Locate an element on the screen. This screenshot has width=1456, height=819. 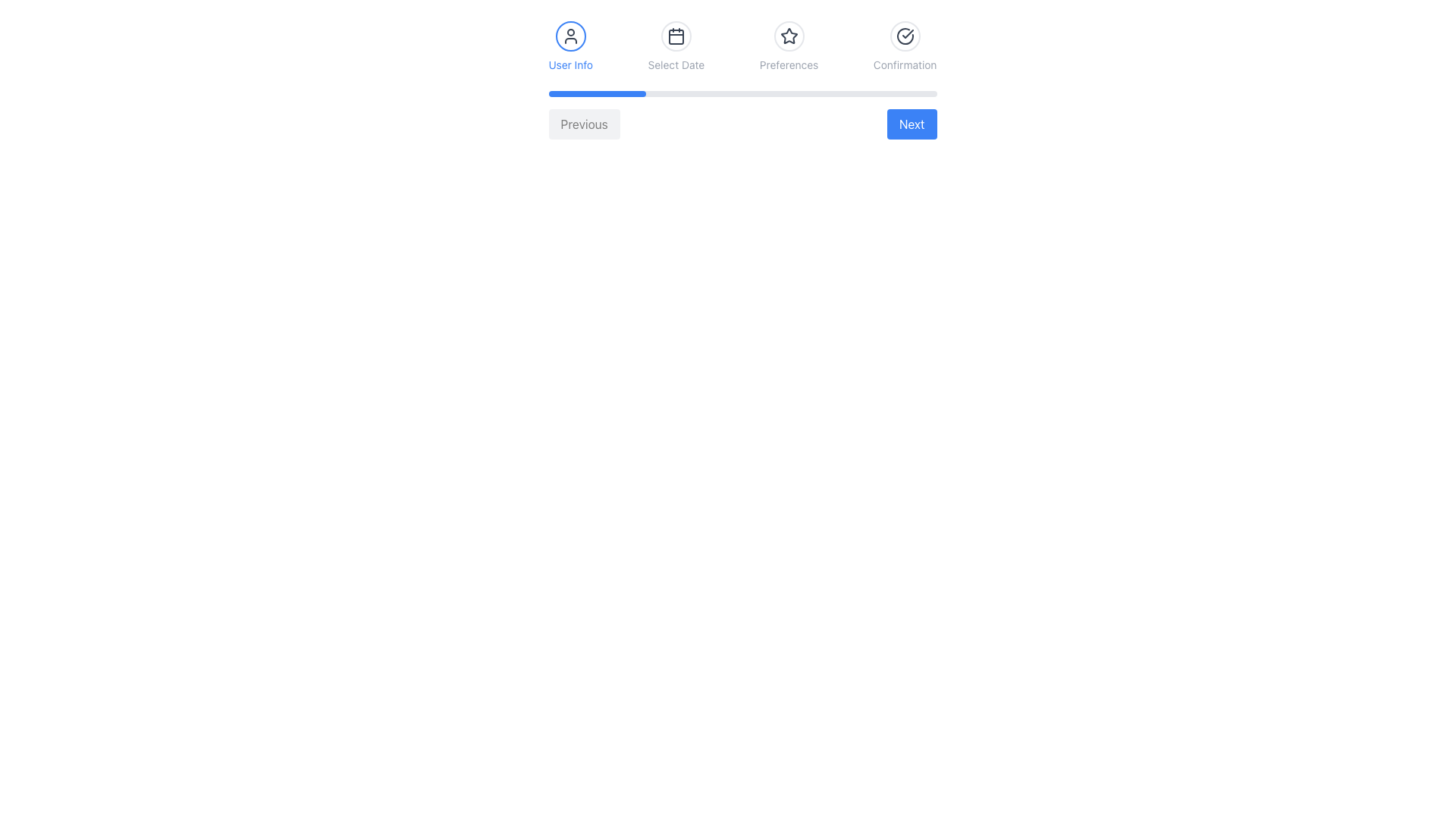
label of the Step Indicator, which displays the text 'Confirmation' below a checkmark icon within a circular border is located at coordinates (905, 45).